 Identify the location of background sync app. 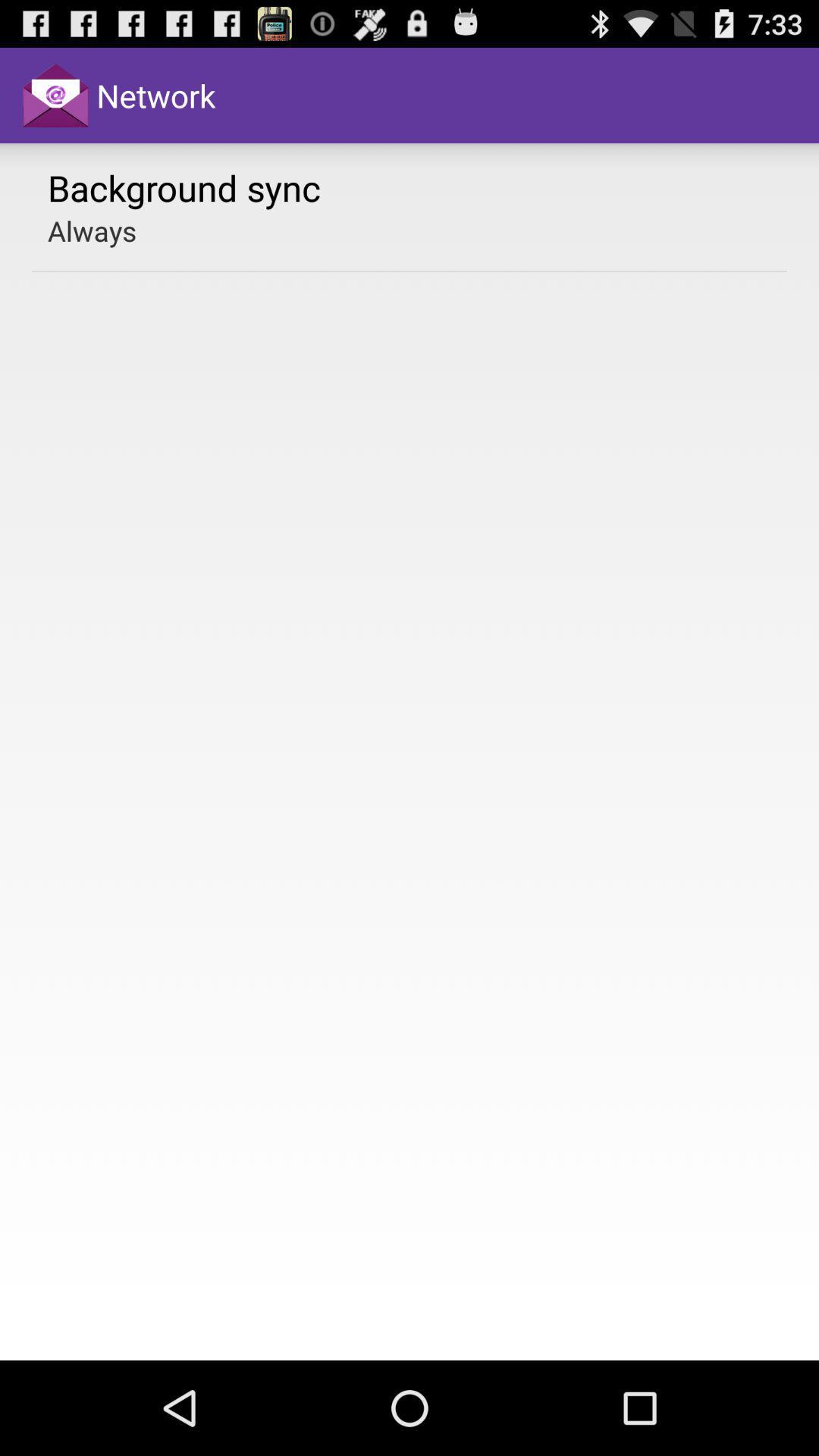
(184, 187).